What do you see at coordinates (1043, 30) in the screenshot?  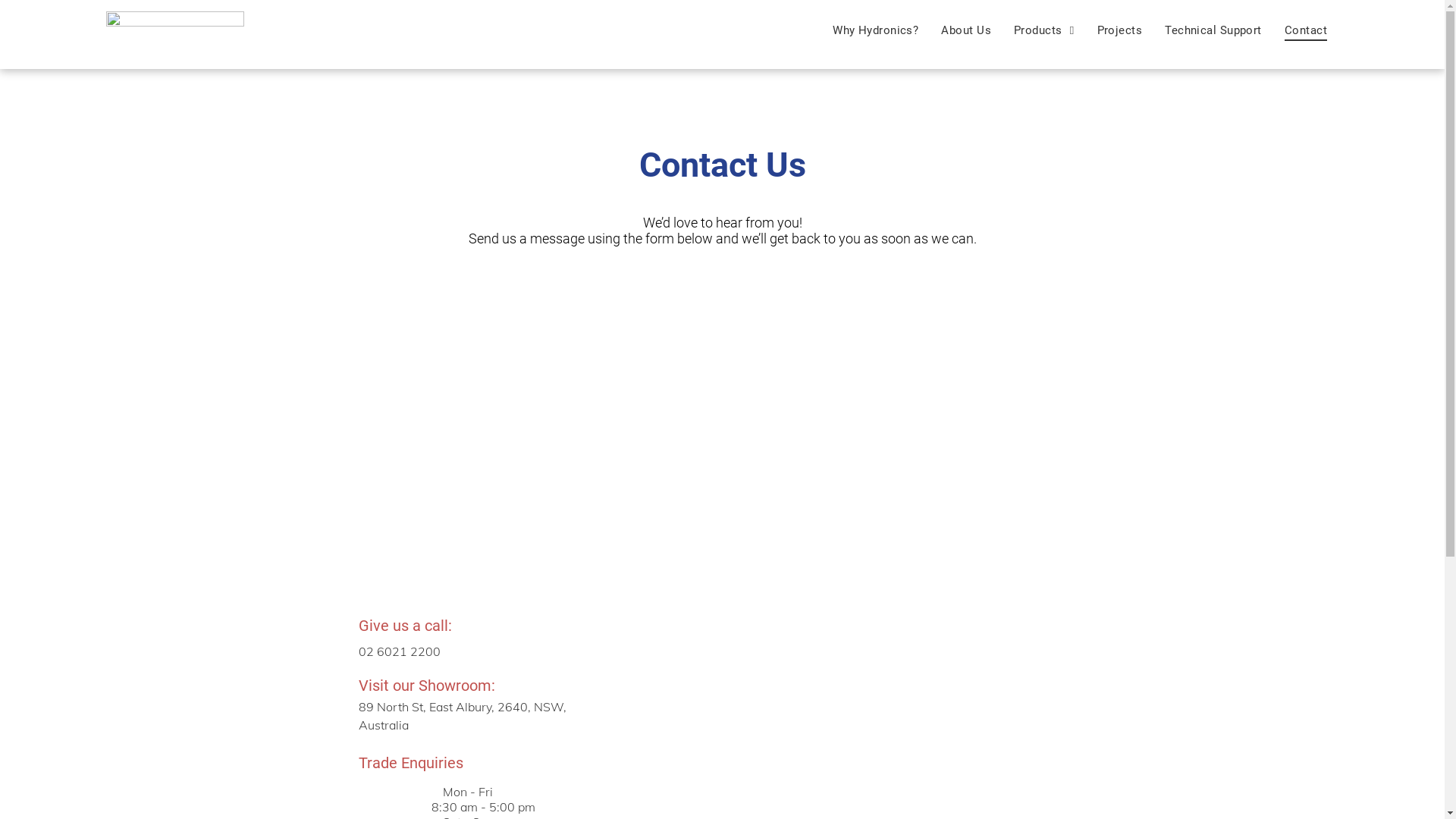 I see `'Products'` at bounding box center [1043, 30].